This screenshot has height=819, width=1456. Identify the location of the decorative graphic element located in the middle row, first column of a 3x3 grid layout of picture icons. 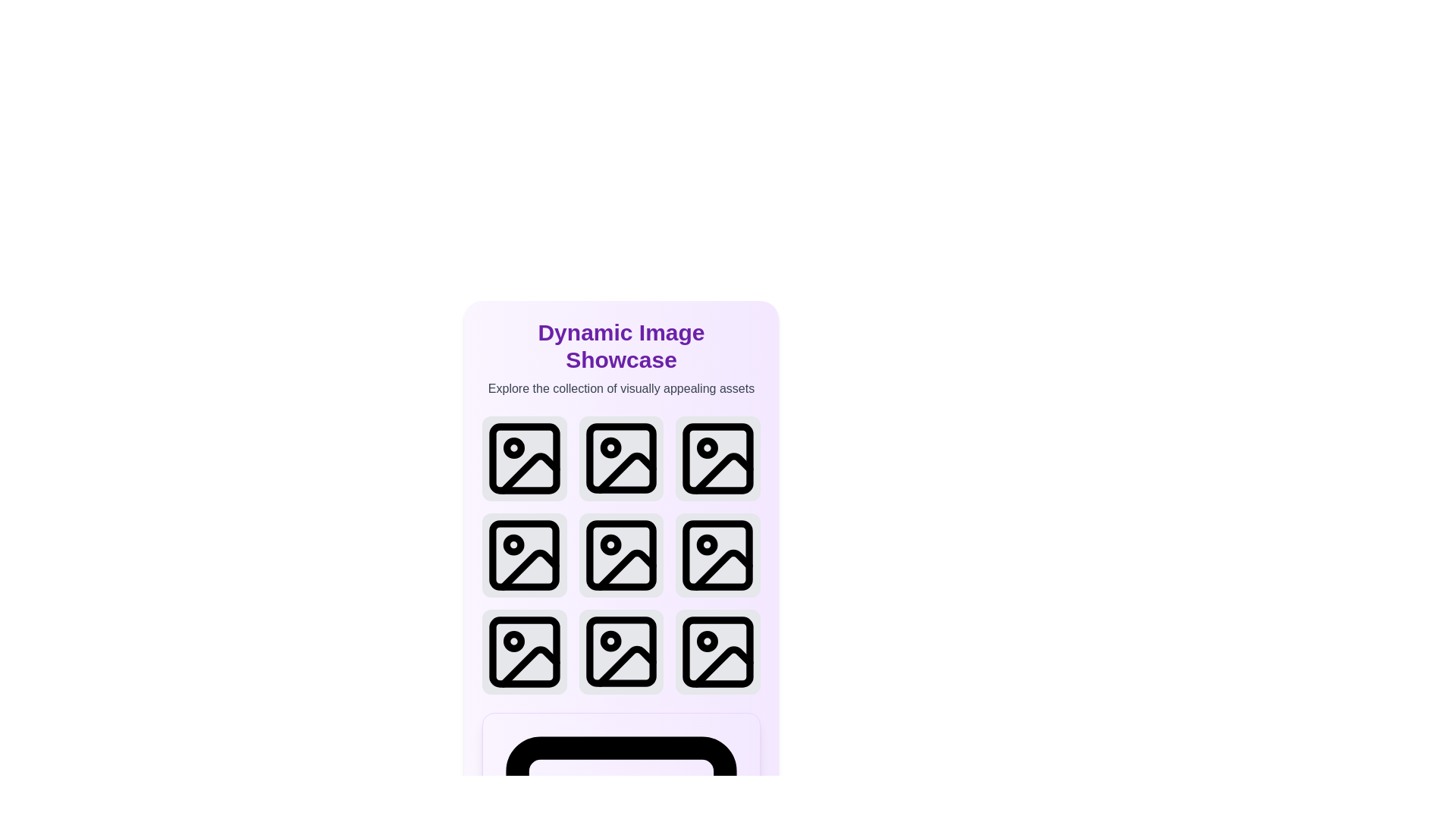
(524, 555).